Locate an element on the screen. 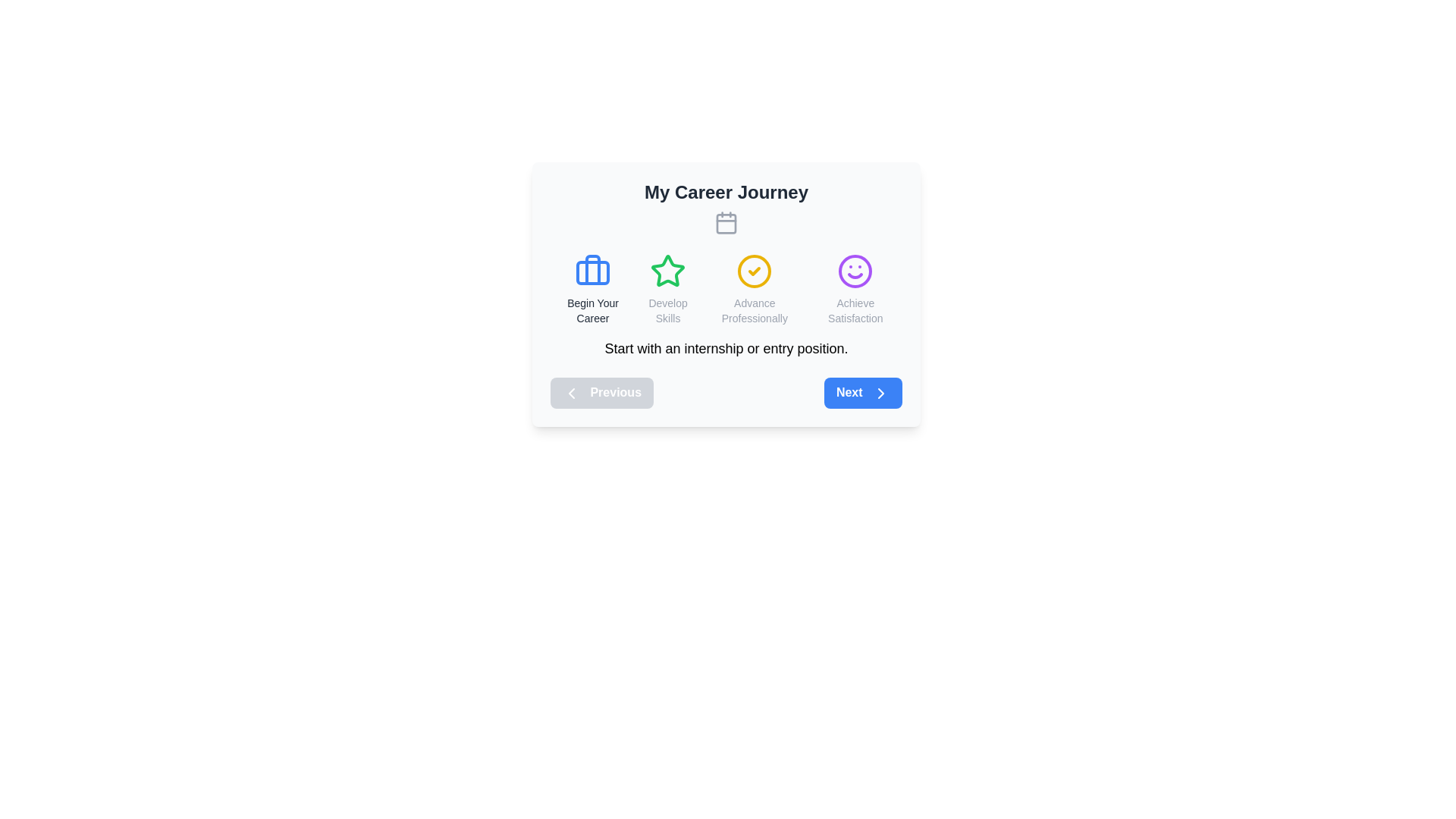 This screenshot has height=819, width=1456. the small rightward chevron icon adjacent to the 'Next' button is located at coordinates (880, 391).